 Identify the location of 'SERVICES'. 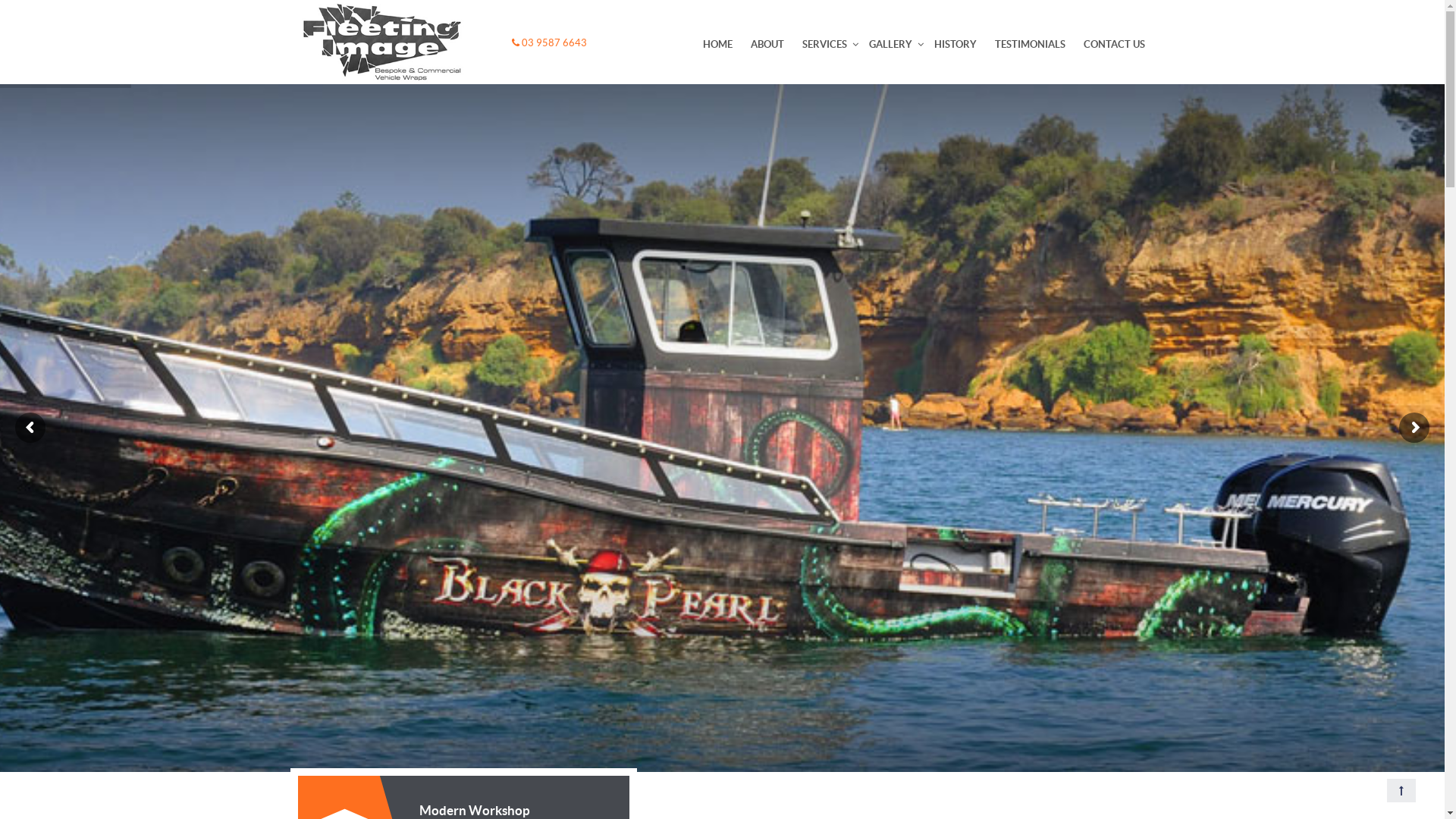
(824, 43).